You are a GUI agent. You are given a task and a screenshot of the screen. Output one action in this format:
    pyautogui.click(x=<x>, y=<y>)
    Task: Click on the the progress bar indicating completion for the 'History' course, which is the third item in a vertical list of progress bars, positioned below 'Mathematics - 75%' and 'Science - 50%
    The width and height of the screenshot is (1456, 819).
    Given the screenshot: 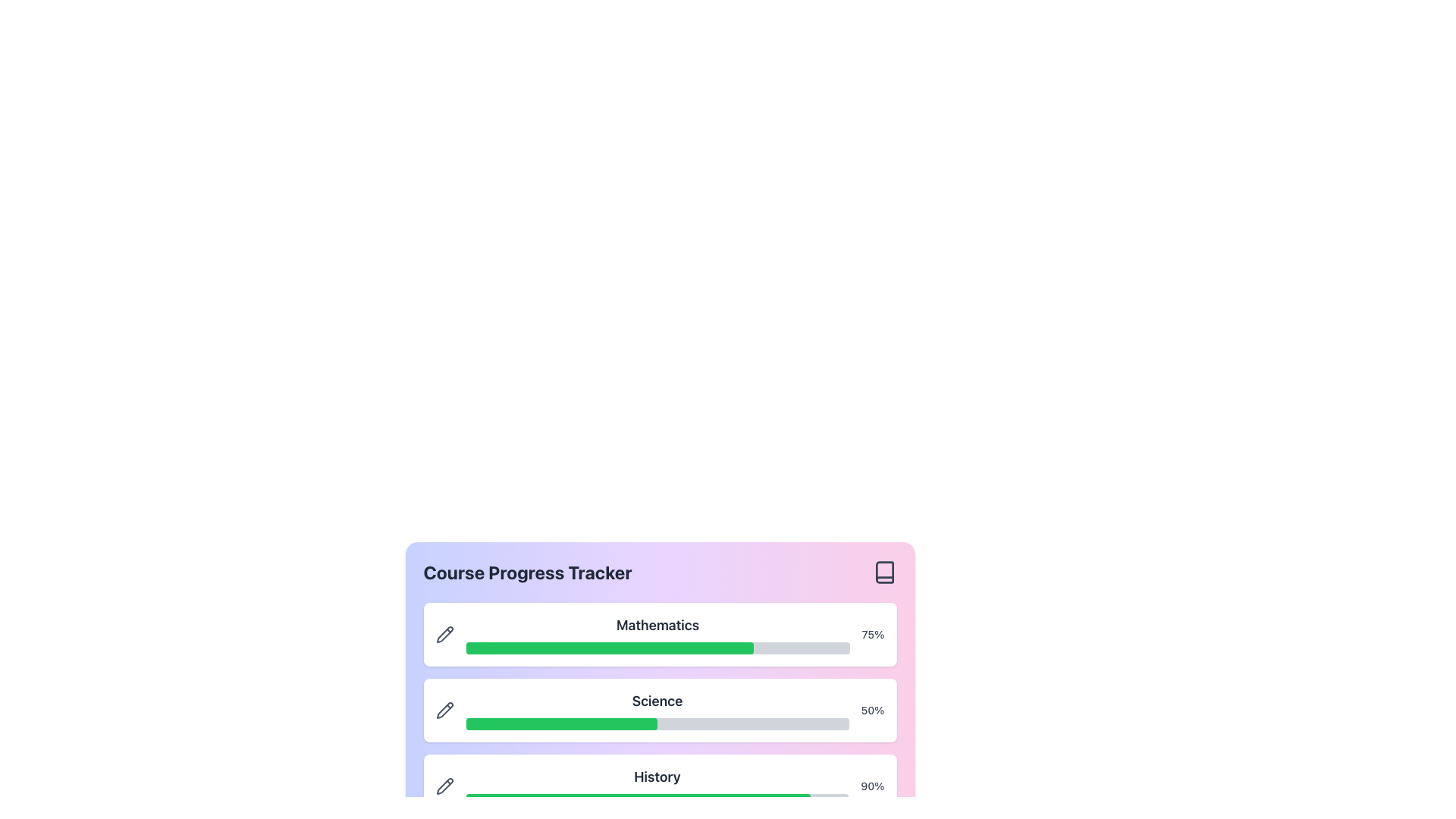 What is the action you would take?
    pyautogui.click(x=660, y=786)
    